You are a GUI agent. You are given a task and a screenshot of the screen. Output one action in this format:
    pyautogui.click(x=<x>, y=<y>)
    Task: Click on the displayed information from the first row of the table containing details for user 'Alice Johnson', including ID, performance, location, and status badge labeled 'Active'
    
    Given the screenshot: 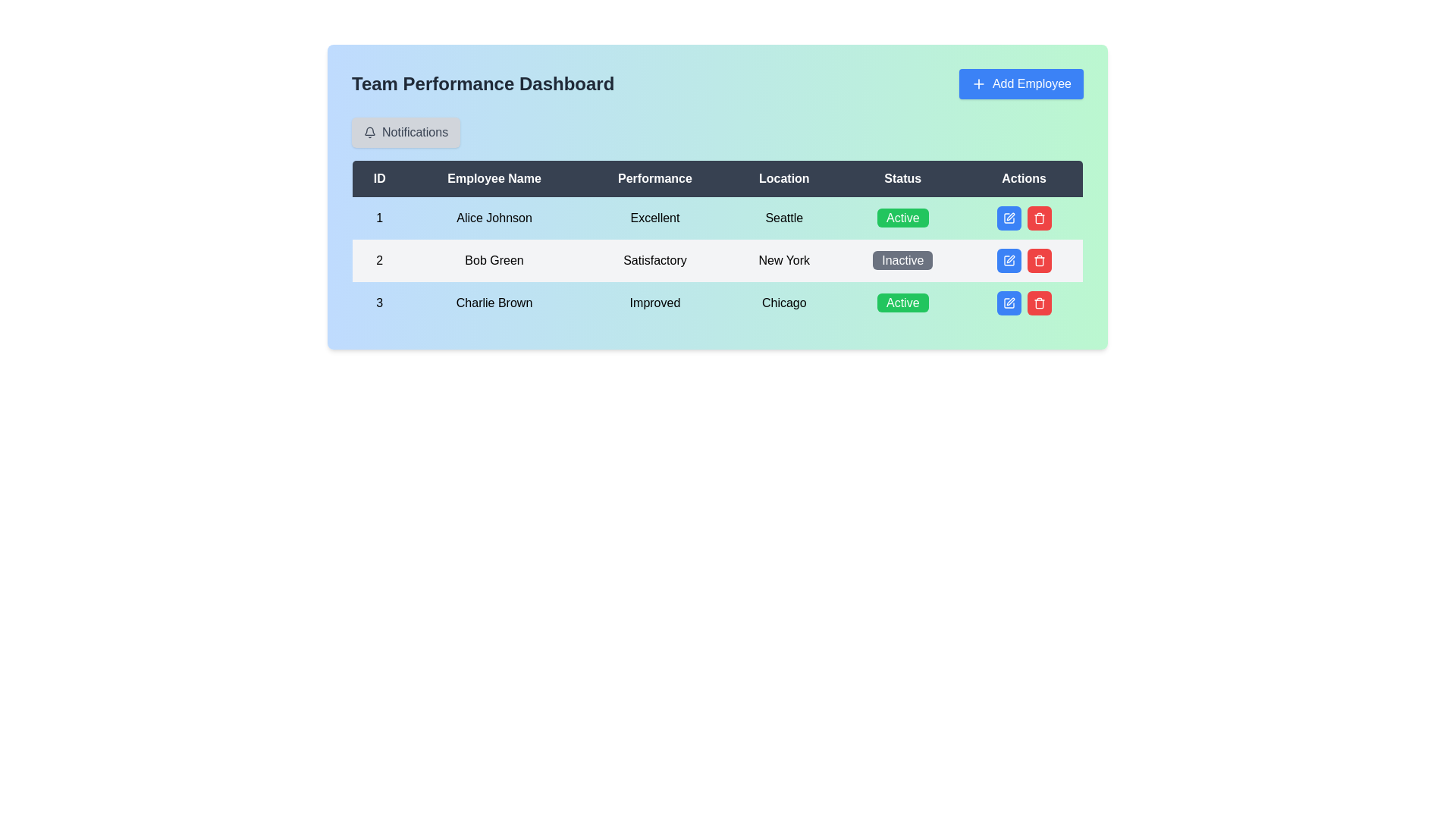 What is the action you would take?
    pyautogui.click(x=717, y=218)
    